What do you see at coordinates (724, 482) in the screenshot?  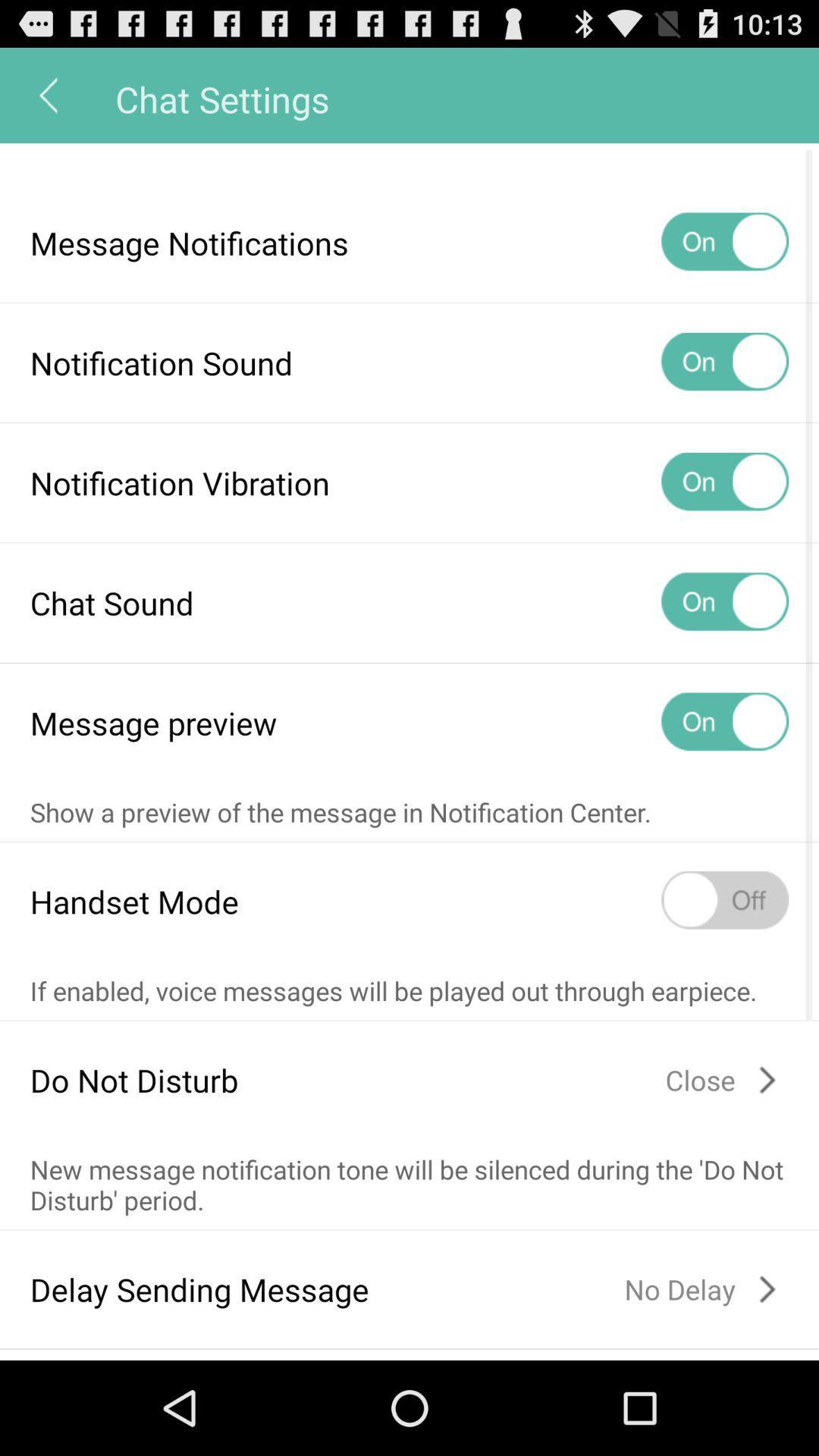 I see `the icon on right side of text notification vibration` at bounding box center [724, 482].